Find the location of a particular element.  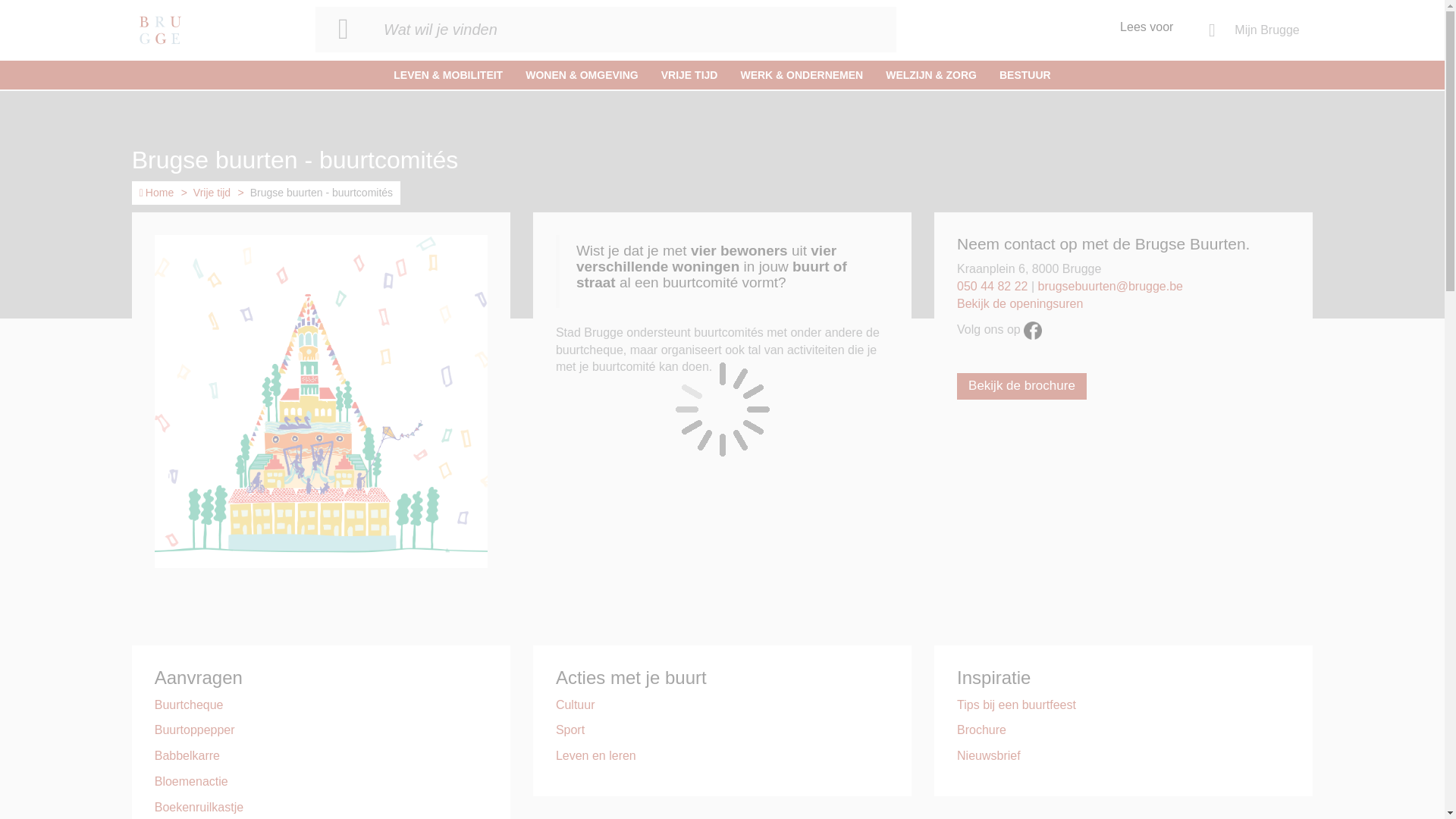

'WONEN & OMGEVING' is located at coordinates (581, 75).